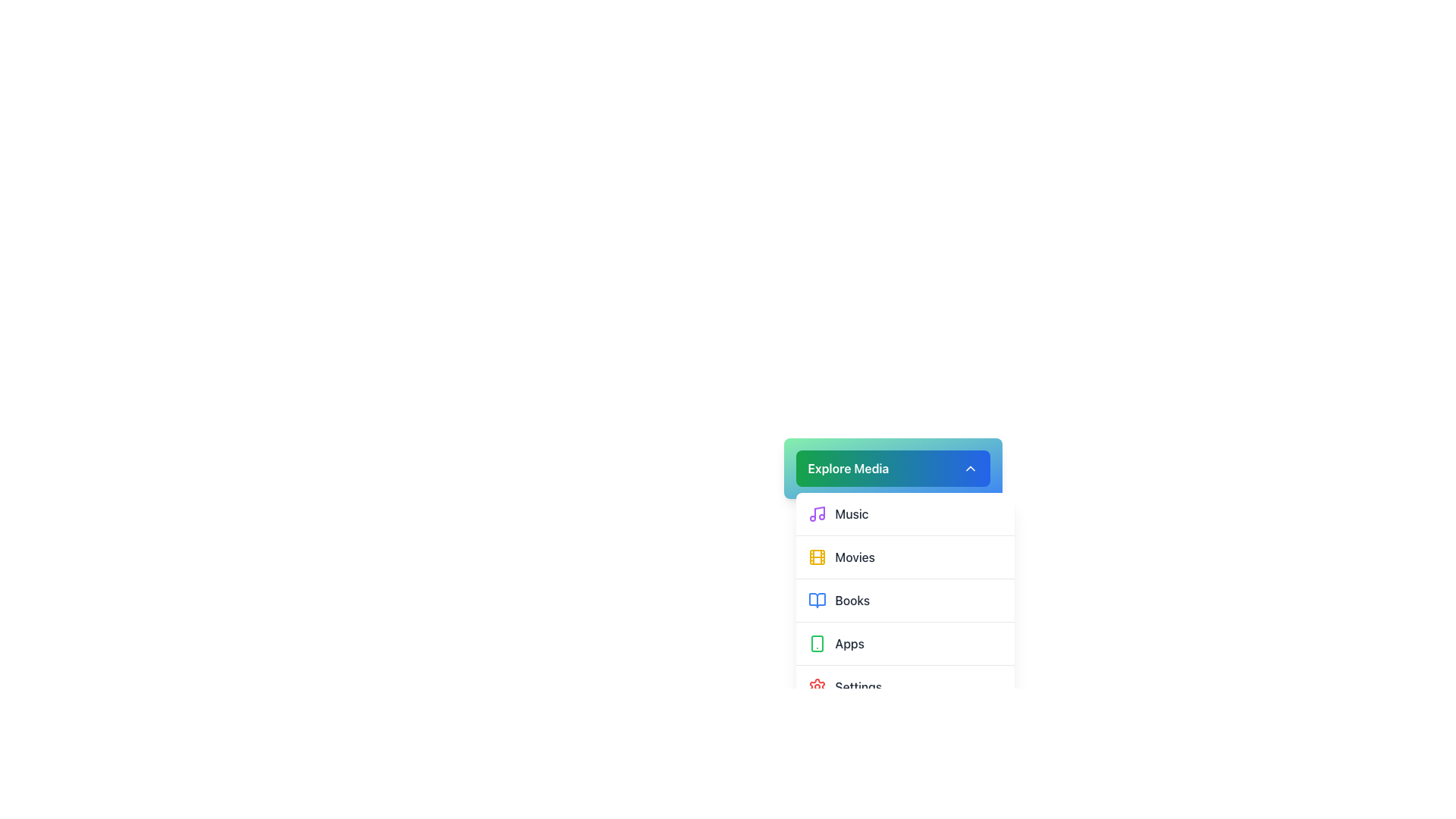  What do you see at coordinates (858, 687) in the screenshot?
I see `the Text Label that serves as a label for a clickable list item representing settings, positioned to the right of a red settings icon` at bounding box center [858, 687].